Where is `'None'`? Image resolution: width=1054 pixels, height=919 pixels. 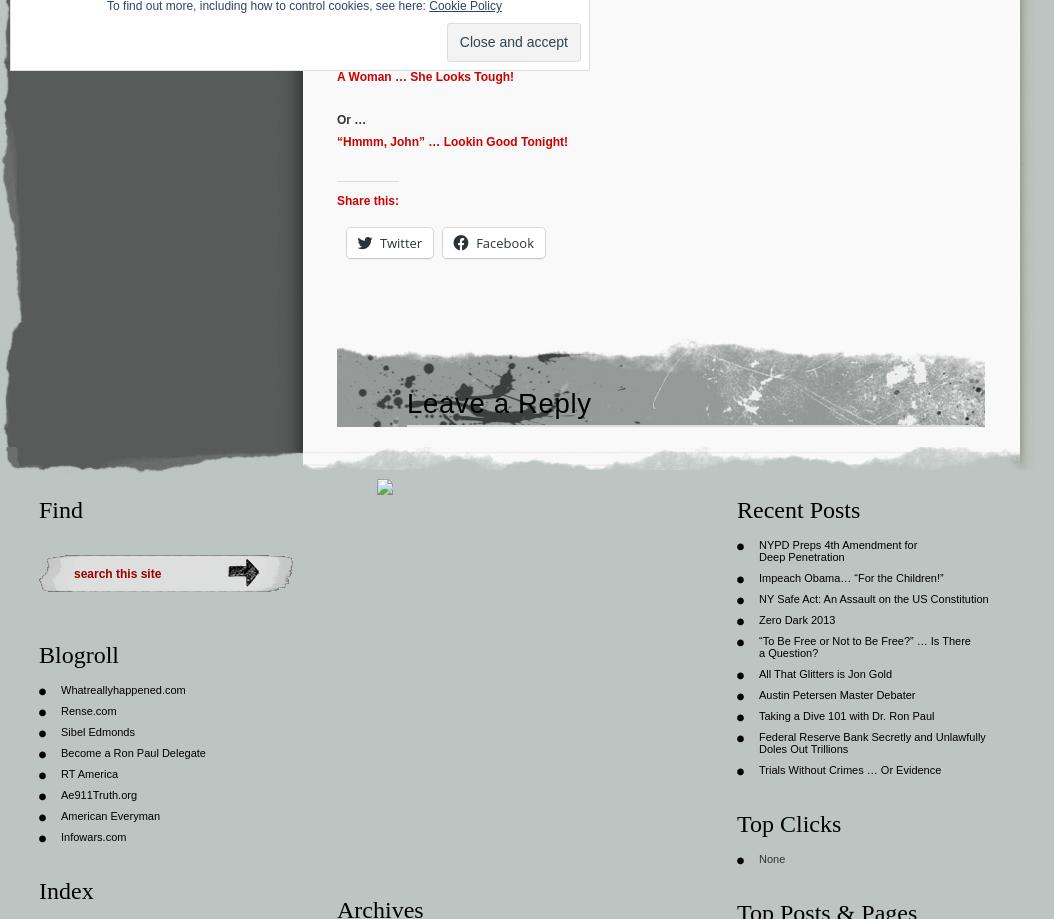
'None' is located at coordinates (771, 856).